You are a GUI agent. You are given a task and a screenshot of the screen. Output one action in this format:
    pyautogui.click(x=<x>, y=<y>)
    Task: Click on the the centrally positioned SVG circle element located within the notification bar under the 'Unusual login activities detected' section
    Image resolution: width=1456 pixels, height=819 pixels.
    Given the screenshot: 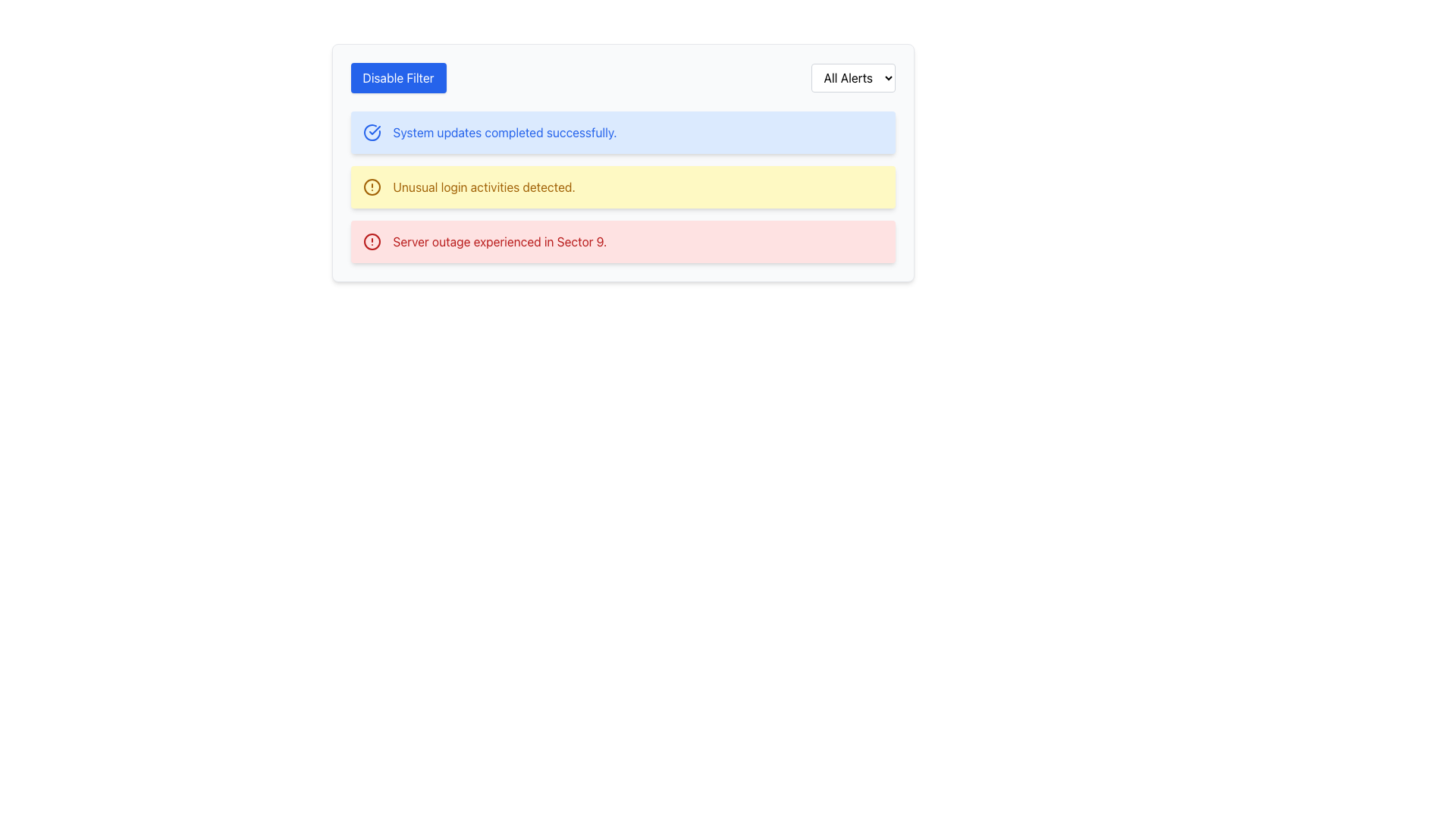 What is the action you would take?
    pyautogui.click(x=372, y=186)
    